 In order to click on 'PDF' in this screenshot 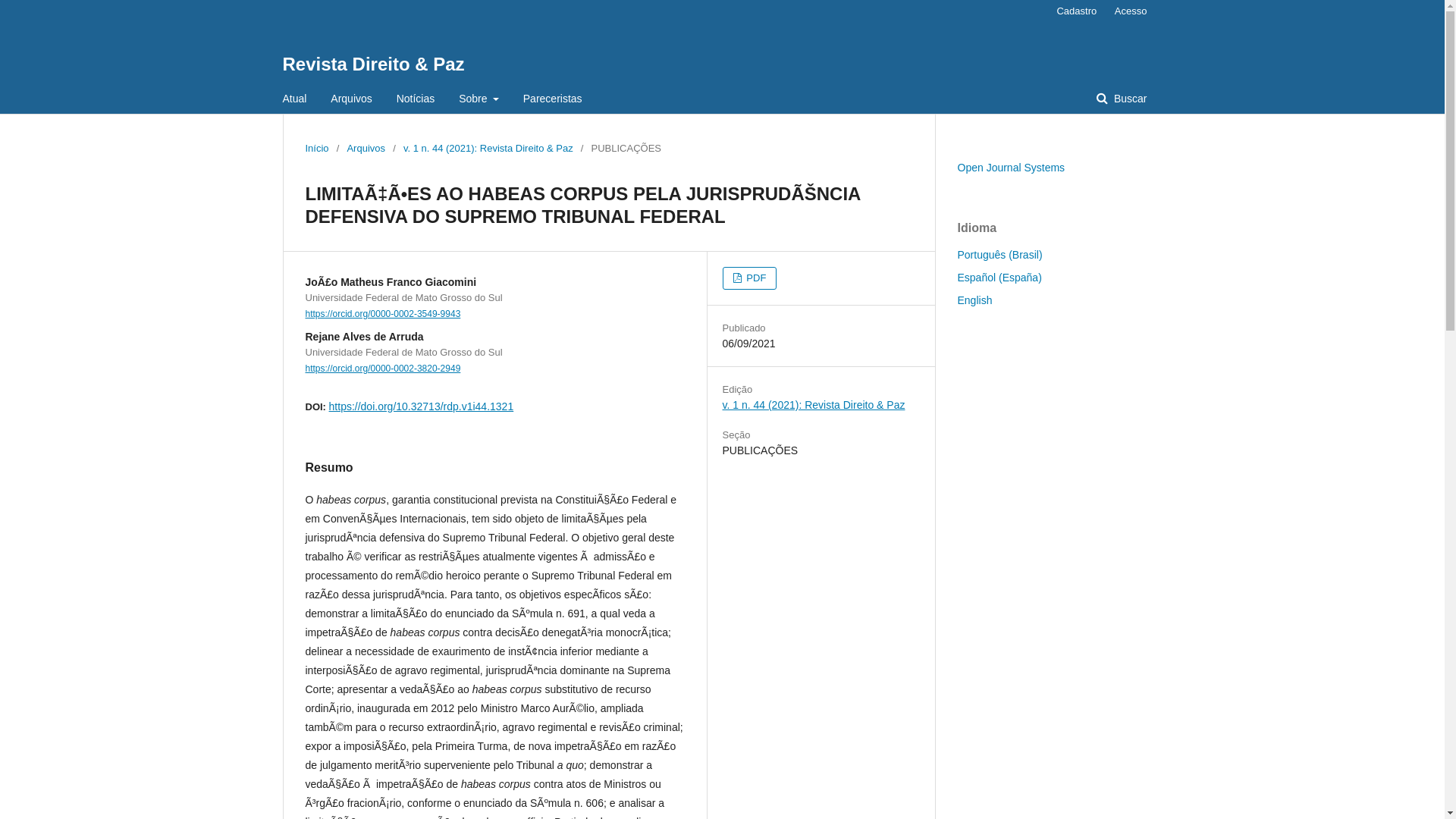, I will do `click(720, 278)`.